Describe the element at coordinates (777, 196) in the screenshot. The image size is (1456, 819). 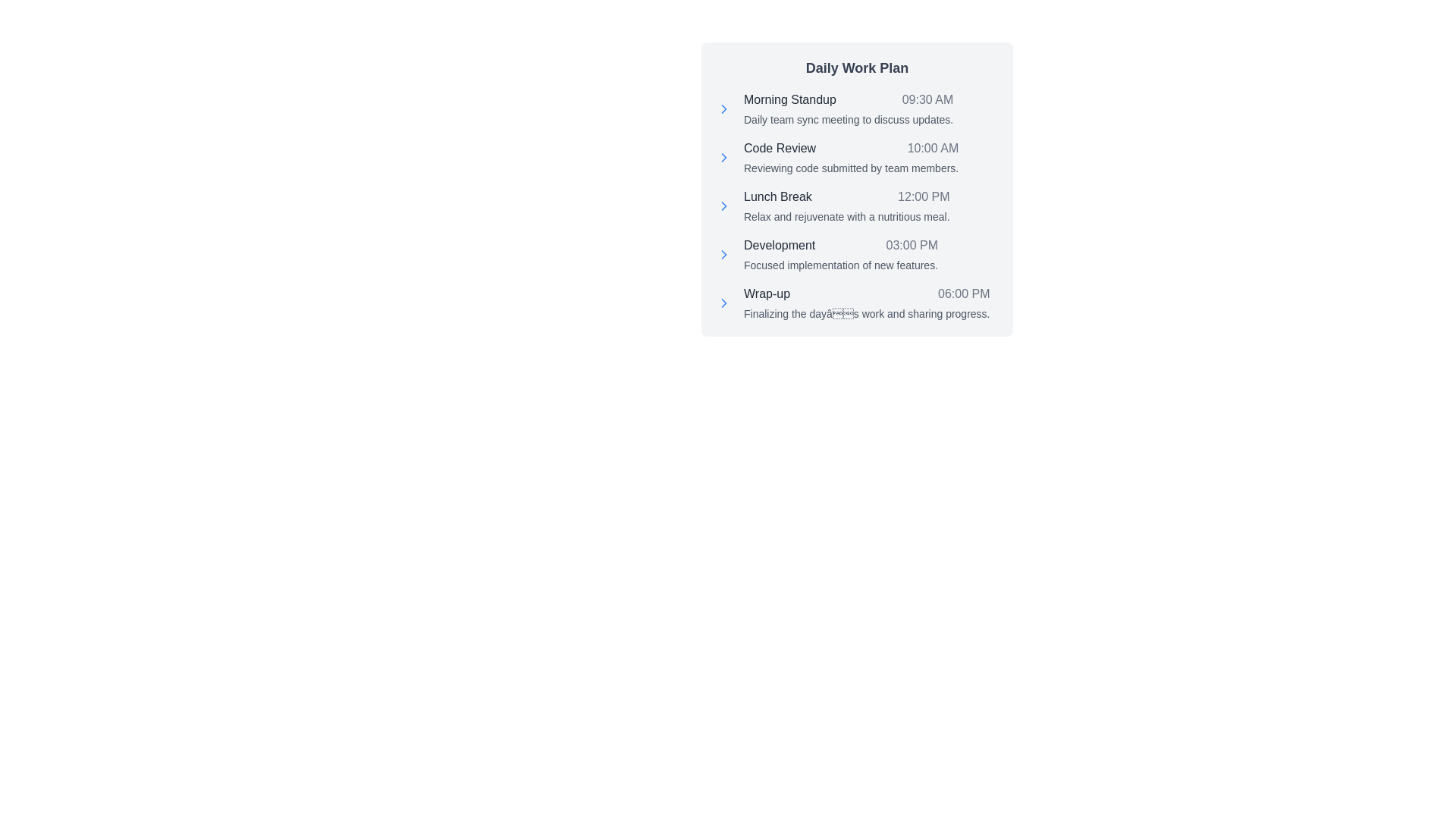
I see `the 'Lunch Break' text label in the 'Daily Work Plan' section, located to the left of the '12:00 PM' time indicator and between 'Code Review' and 'Development'` at that location.